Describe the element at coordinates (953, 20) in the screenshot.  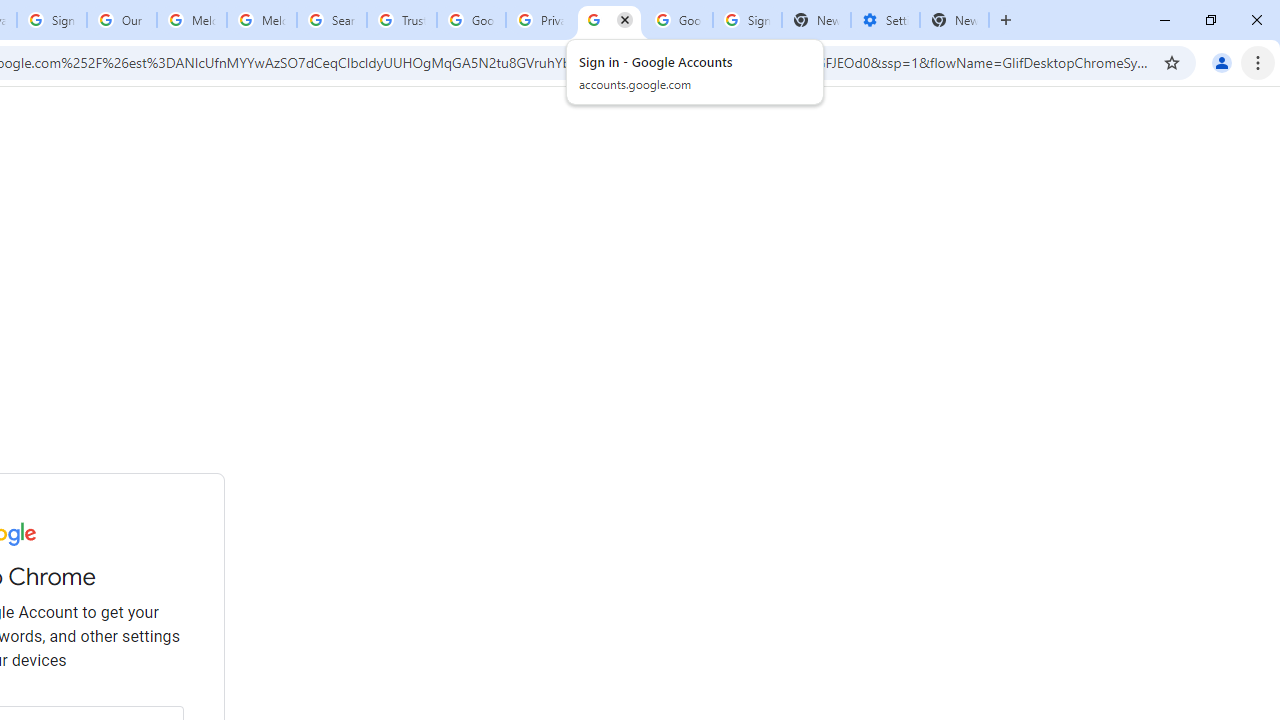
I see `'New Tab'` at that location.